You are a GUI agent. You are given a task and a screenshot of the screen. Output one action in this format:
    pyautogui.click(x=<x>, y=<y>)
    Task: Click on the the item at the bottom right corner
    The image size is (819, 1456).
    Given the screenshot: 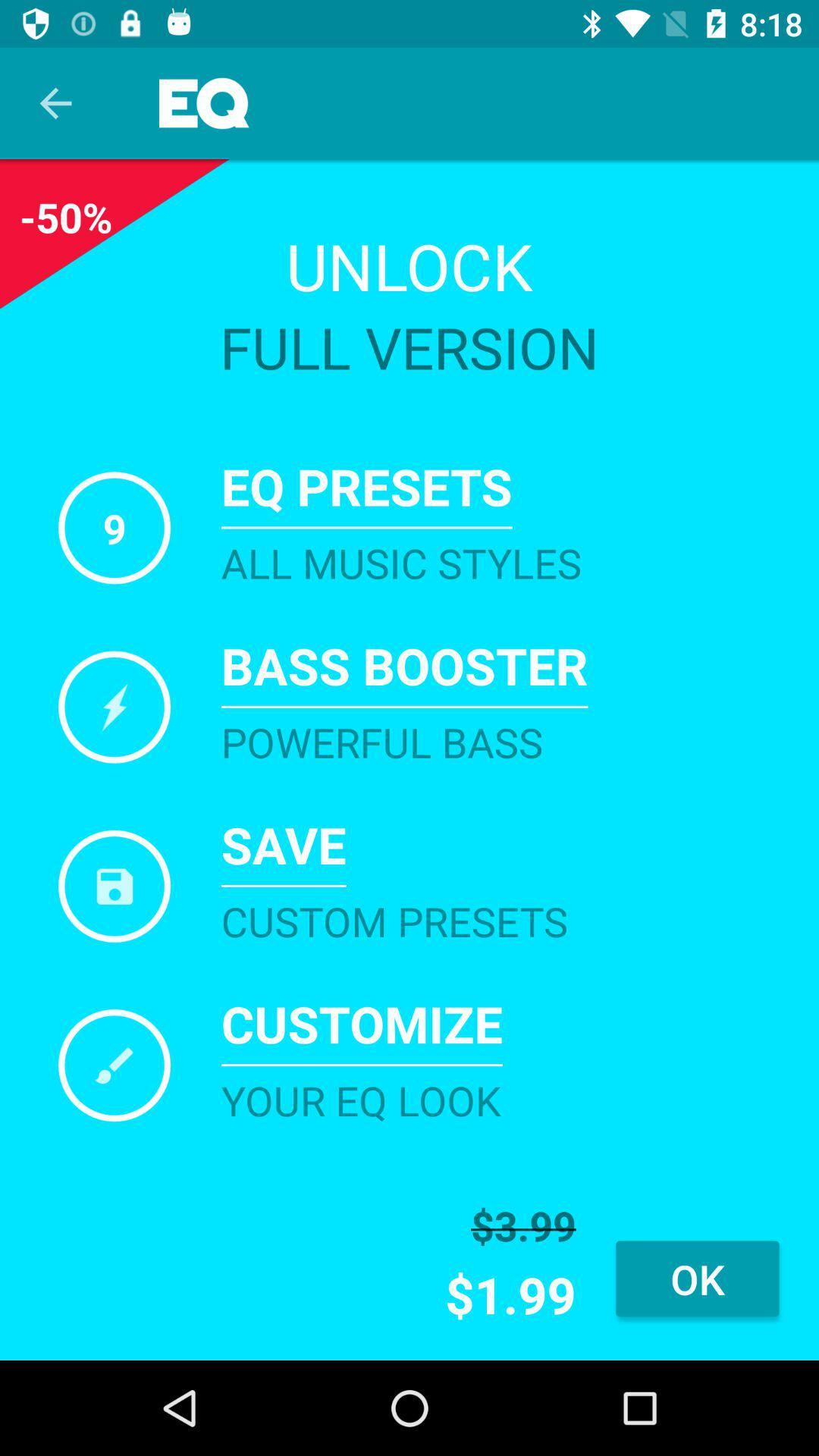 What is the action you would take?
    pyautogui.click(x=697, y=1278)
    